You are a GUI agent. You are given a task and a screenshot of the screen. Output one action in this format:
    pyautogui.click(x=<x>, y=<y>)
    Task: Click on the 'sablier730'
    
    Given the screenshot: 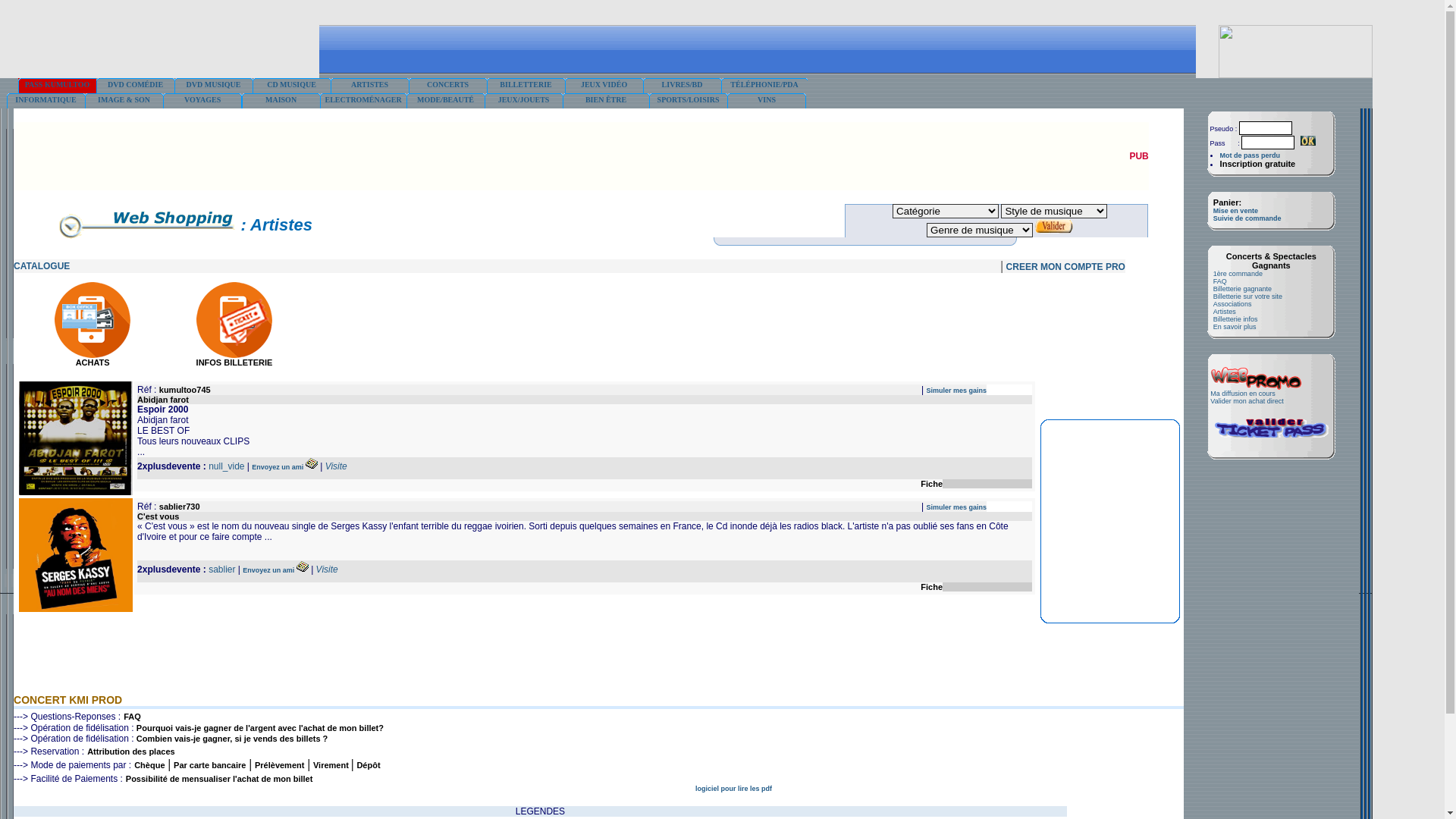 What is the action you would take?
    pyautogui.click(x=179, y=506)
    